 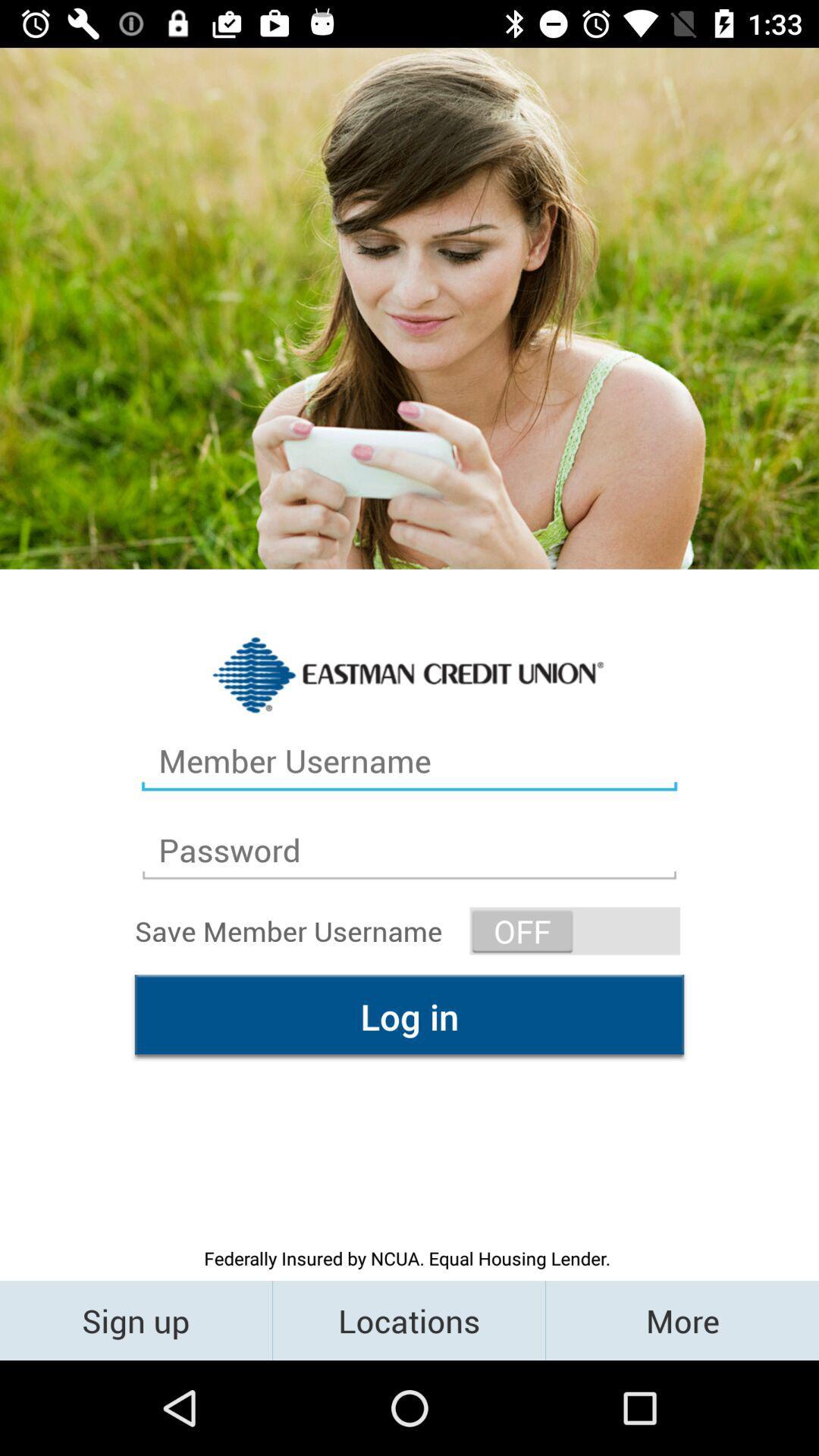 I want to click on the icon next to the sign up, so click(x=408, y=1319).